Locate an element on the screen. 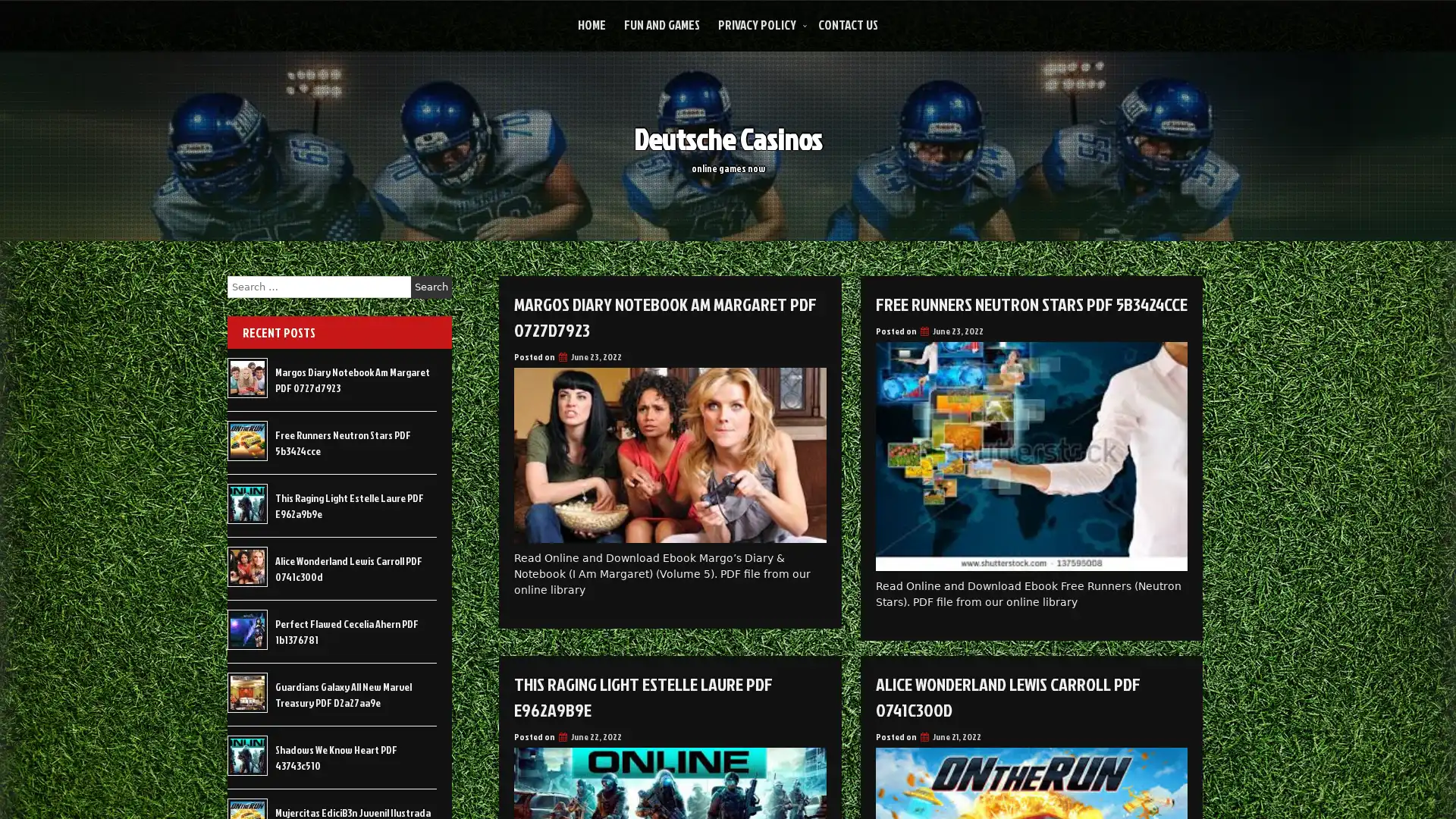  Search is located at coordinates (431, 287).